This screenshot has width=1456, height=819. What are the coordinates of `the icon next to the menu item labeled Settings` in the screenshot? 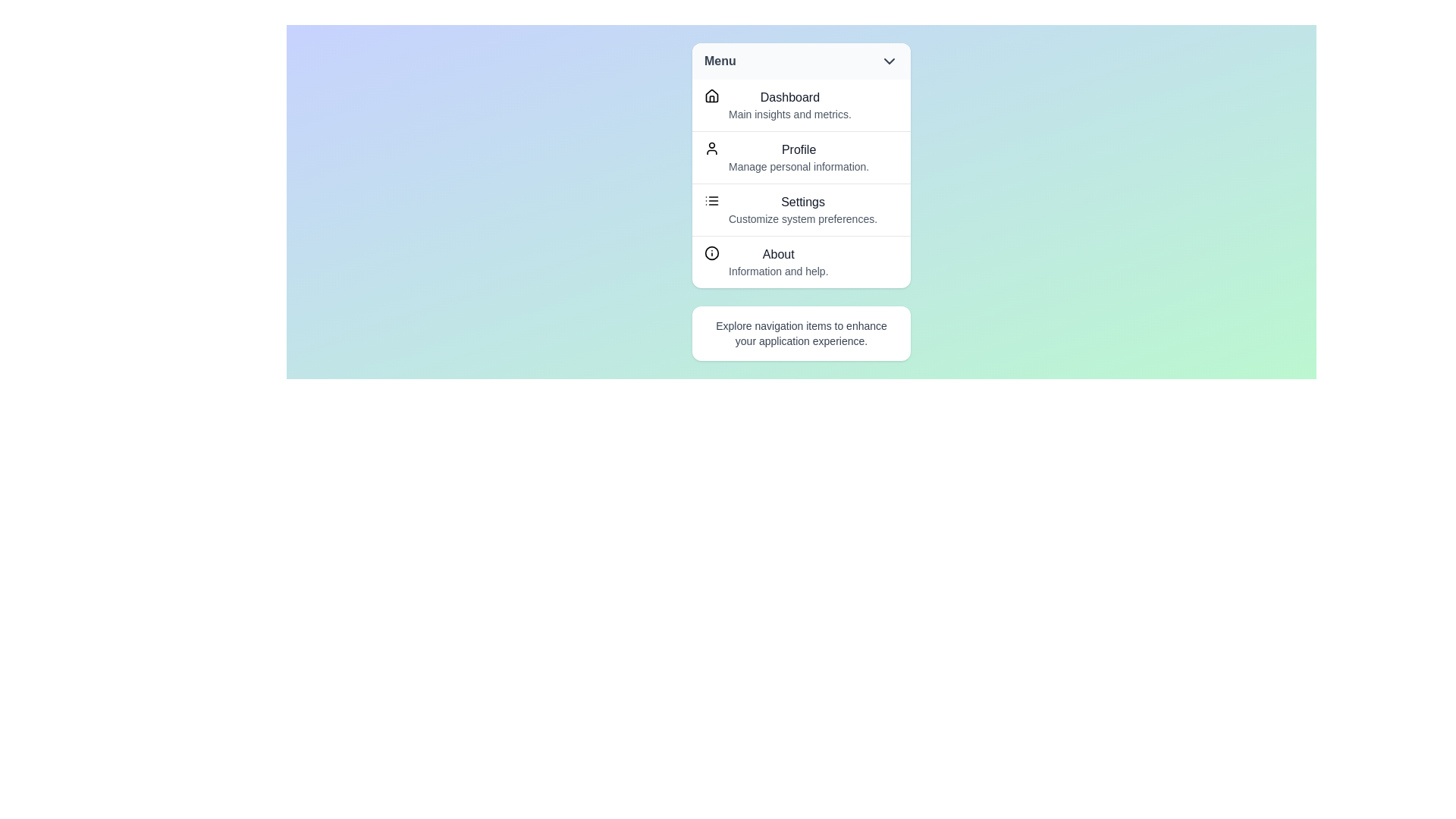 It's located at (711, 200).